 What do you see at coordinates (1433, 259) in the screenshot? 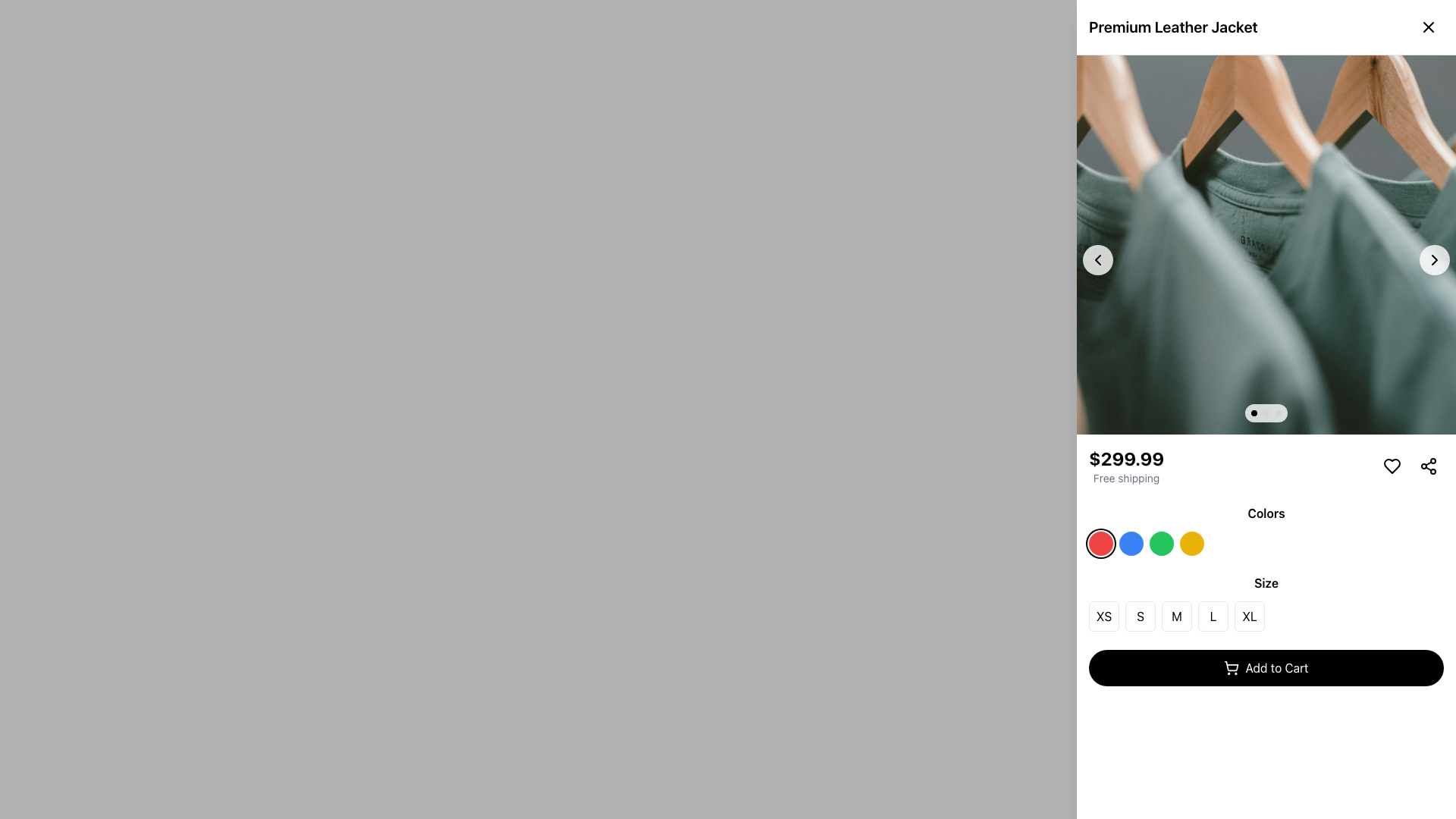
I see `the right navigation button located on the right side of the image, vertically centered` at bounding box center [1433, 259].